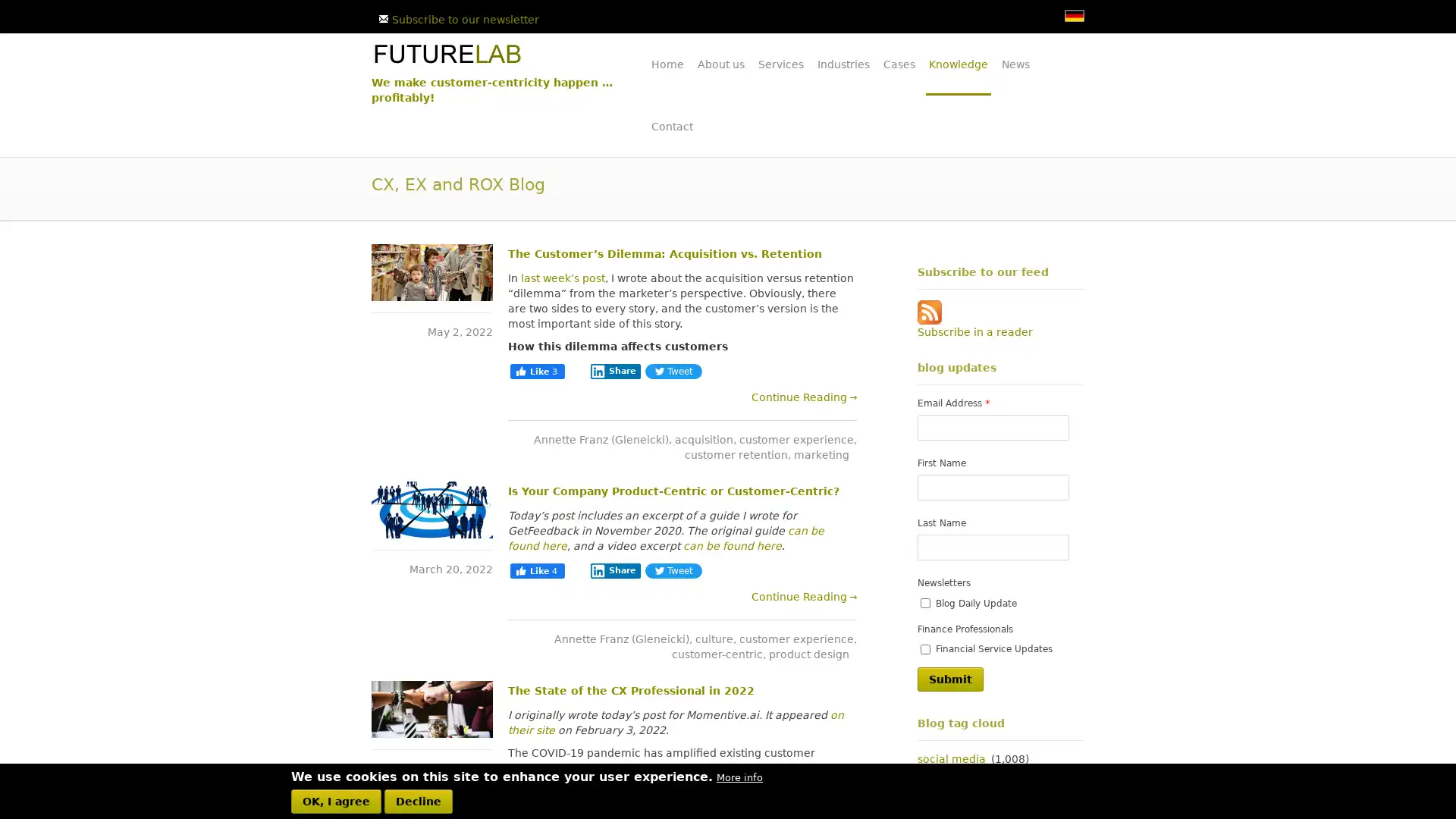  What do you see at coordinates (335, 800) in the screenshot?
I see `OK, I agree` at bounding box center [335, 800].